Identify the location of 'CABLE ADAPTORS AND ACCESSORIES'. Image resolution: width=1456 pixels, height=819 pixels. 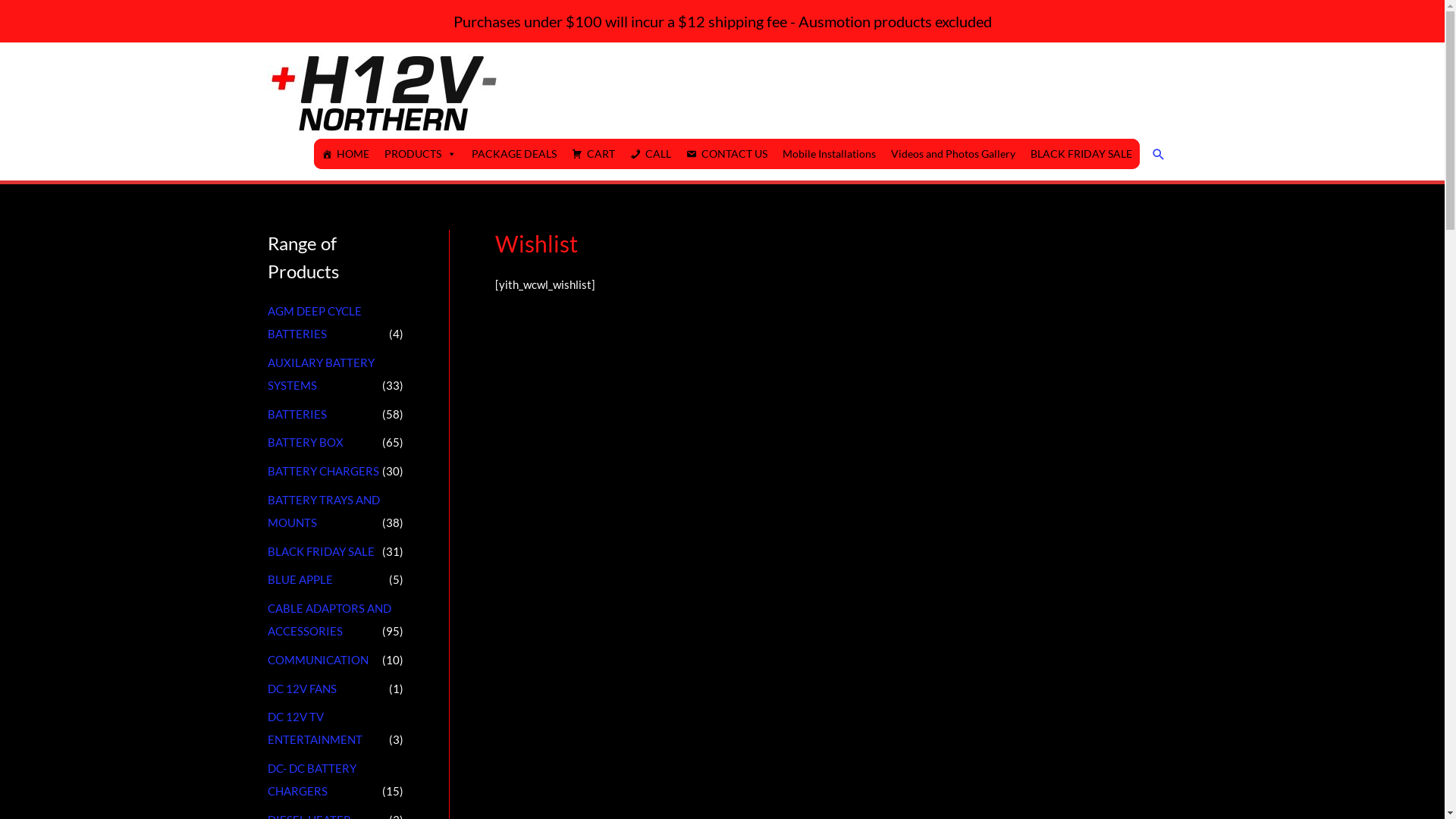
(328, 620).